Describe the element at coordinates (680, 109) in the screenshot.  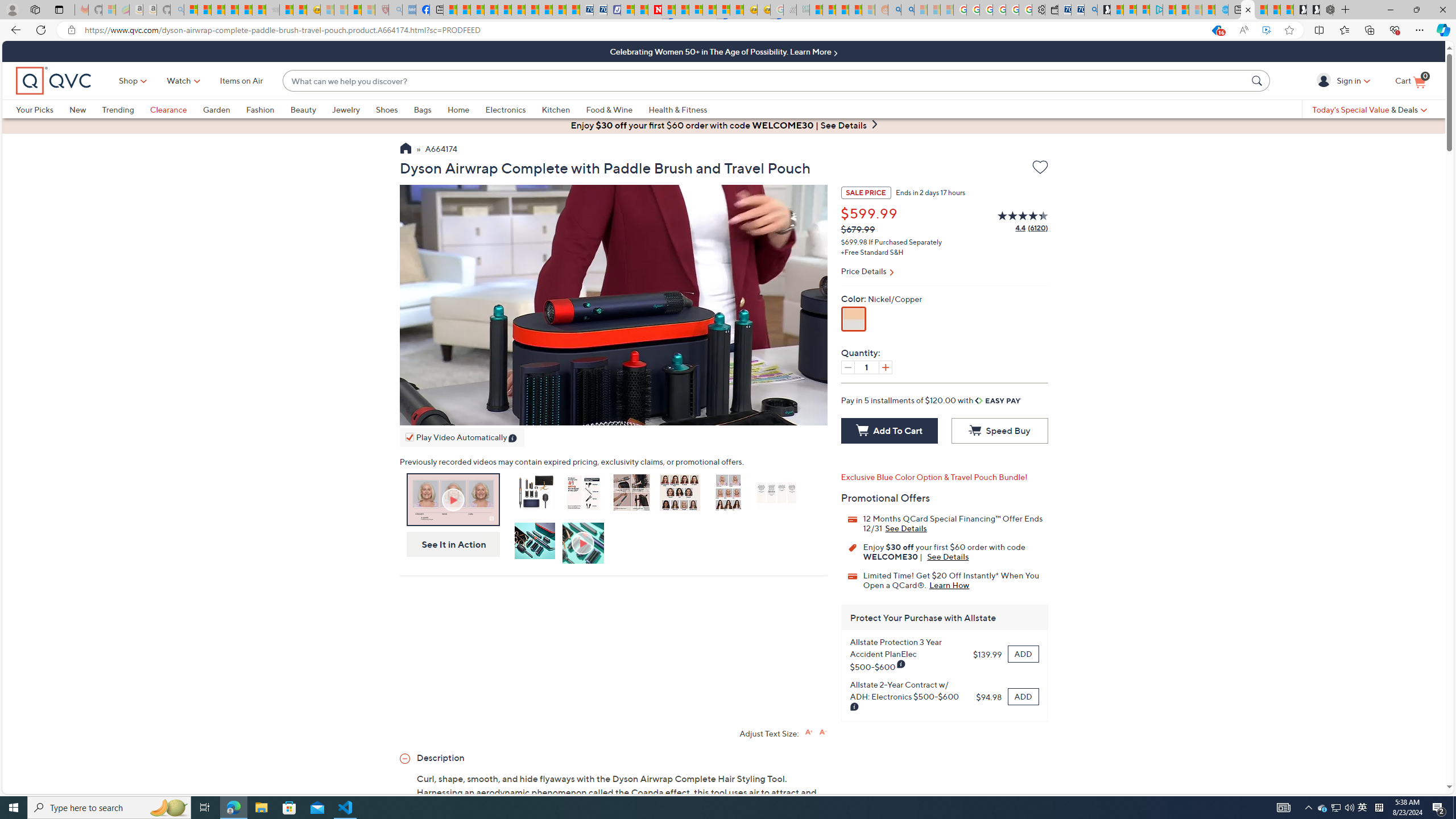
I see `'Health & Fitness'` at that location.